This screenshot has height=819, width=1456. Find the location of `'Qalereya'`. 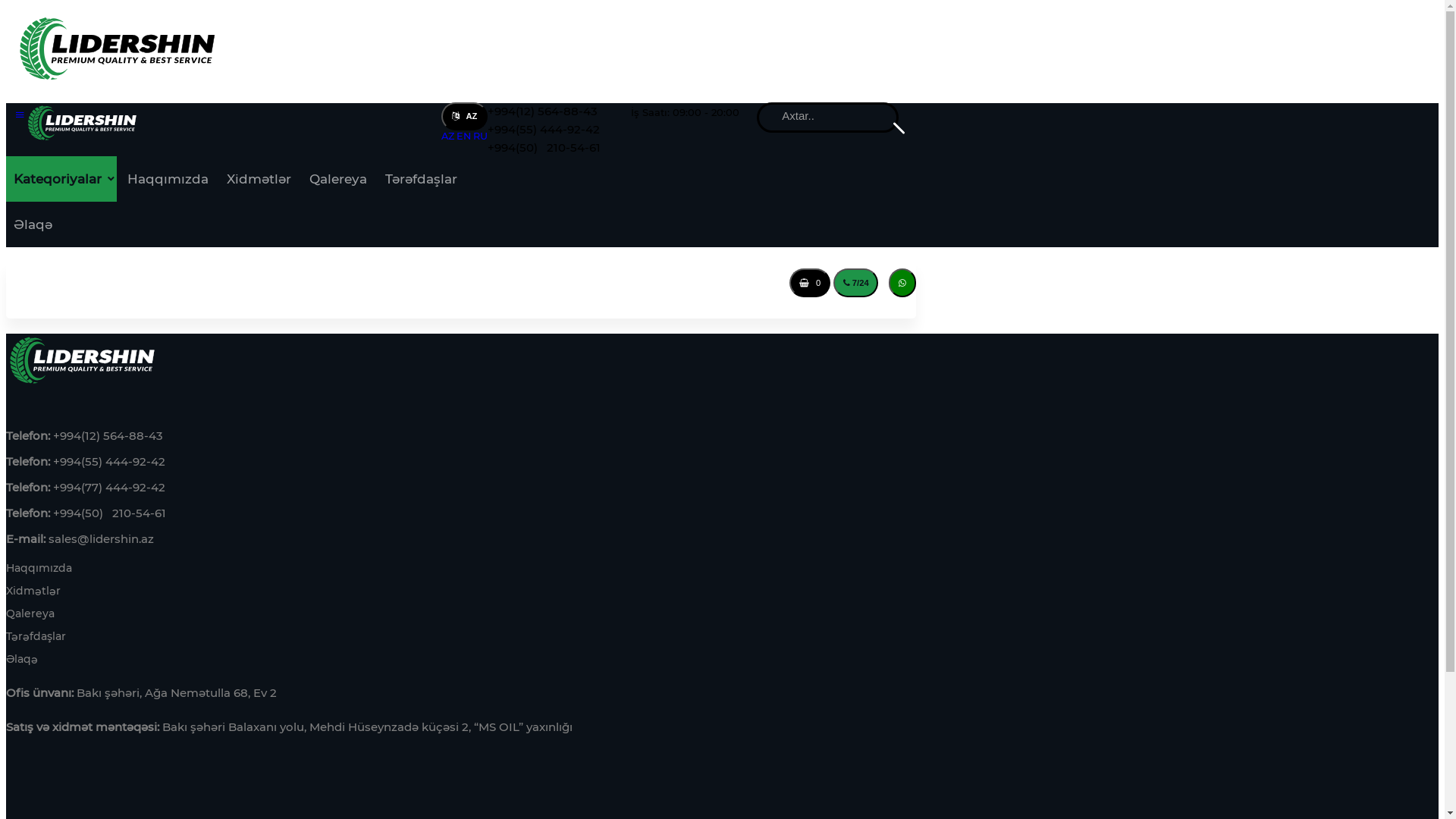

'Qalereya' is located at coordinates (337, 177).